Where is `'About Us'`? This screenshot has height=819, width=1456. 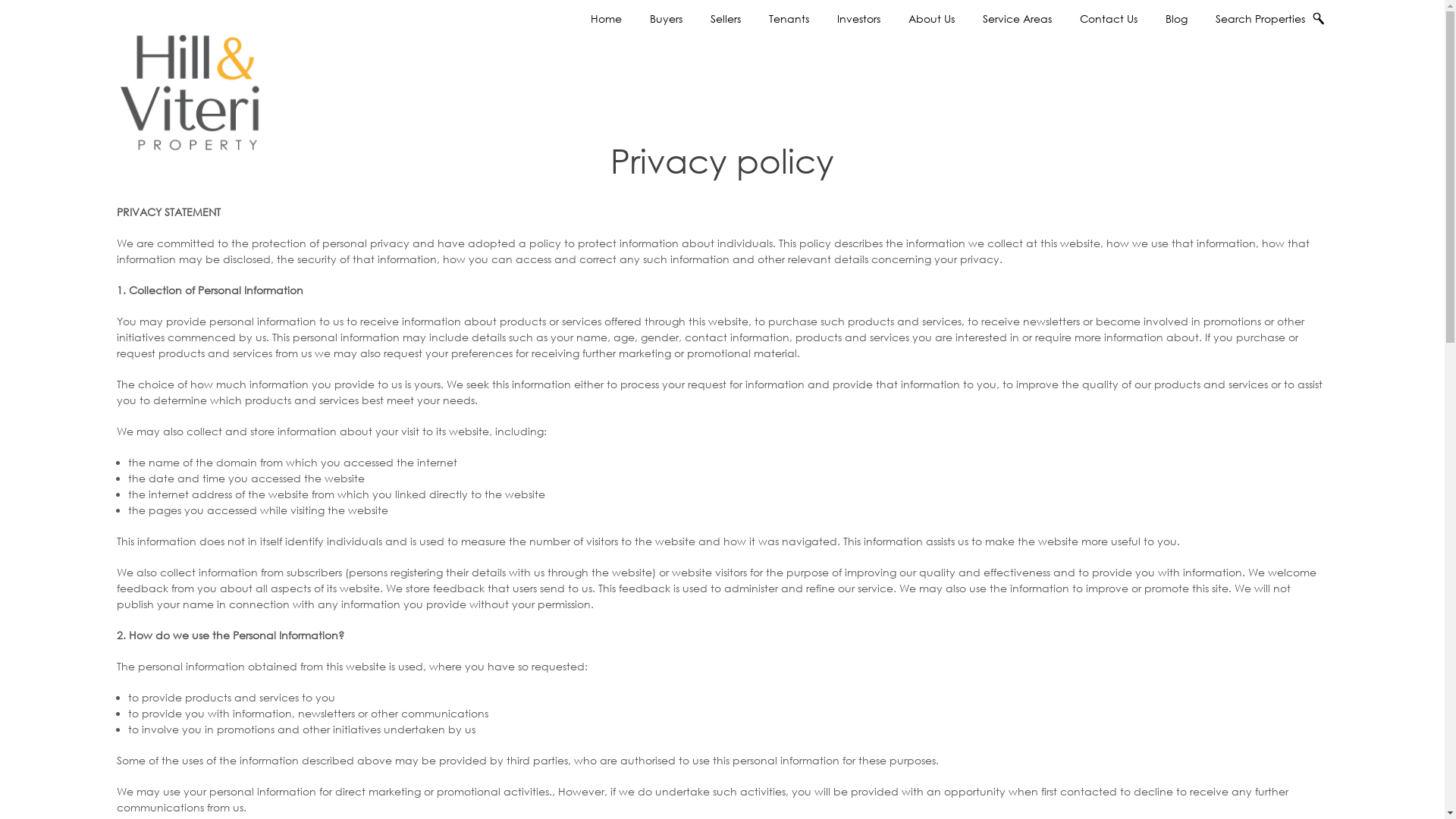
'About Us' is located at coordinates (930, 18).